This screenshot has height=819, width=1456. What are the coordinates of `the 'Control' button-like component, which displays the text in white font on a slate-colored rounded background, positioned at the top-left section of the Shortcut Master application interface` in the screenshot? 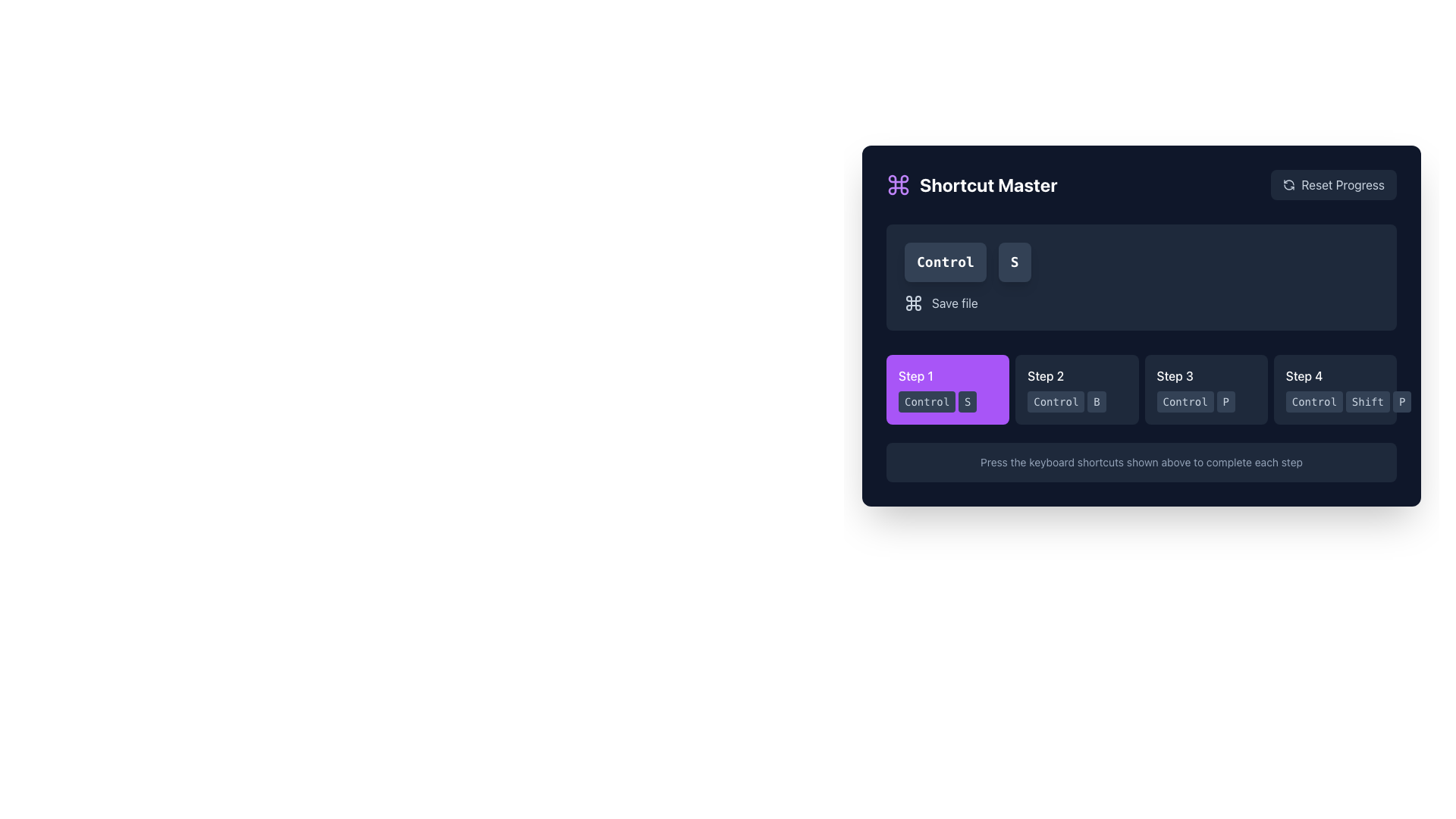 It's located at (944, 262).